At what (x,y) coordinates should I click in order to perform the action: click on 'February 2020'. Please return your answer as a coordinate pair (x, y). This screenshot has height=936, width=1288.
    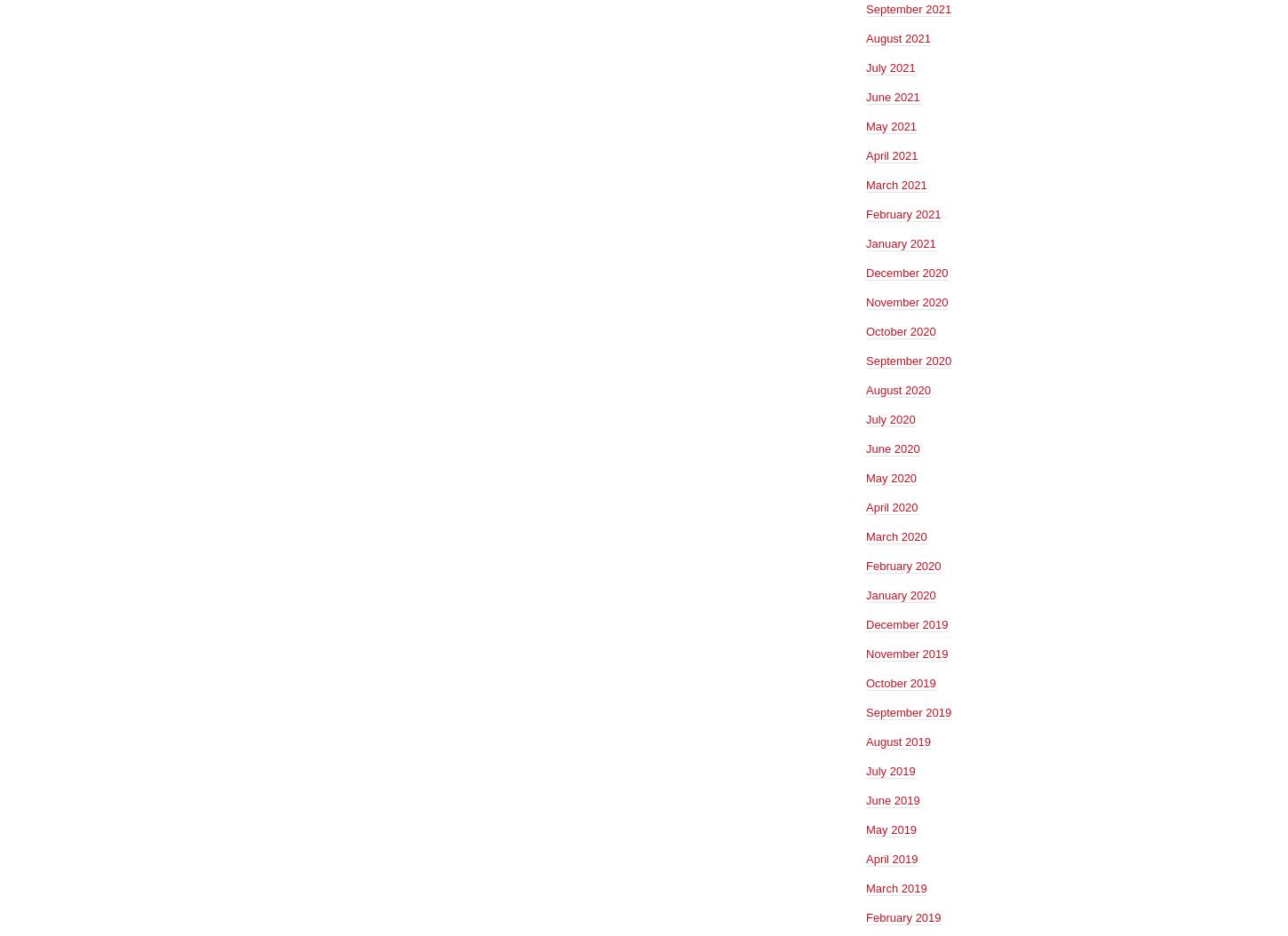
    Looking at the image, I should click on (865, 565).